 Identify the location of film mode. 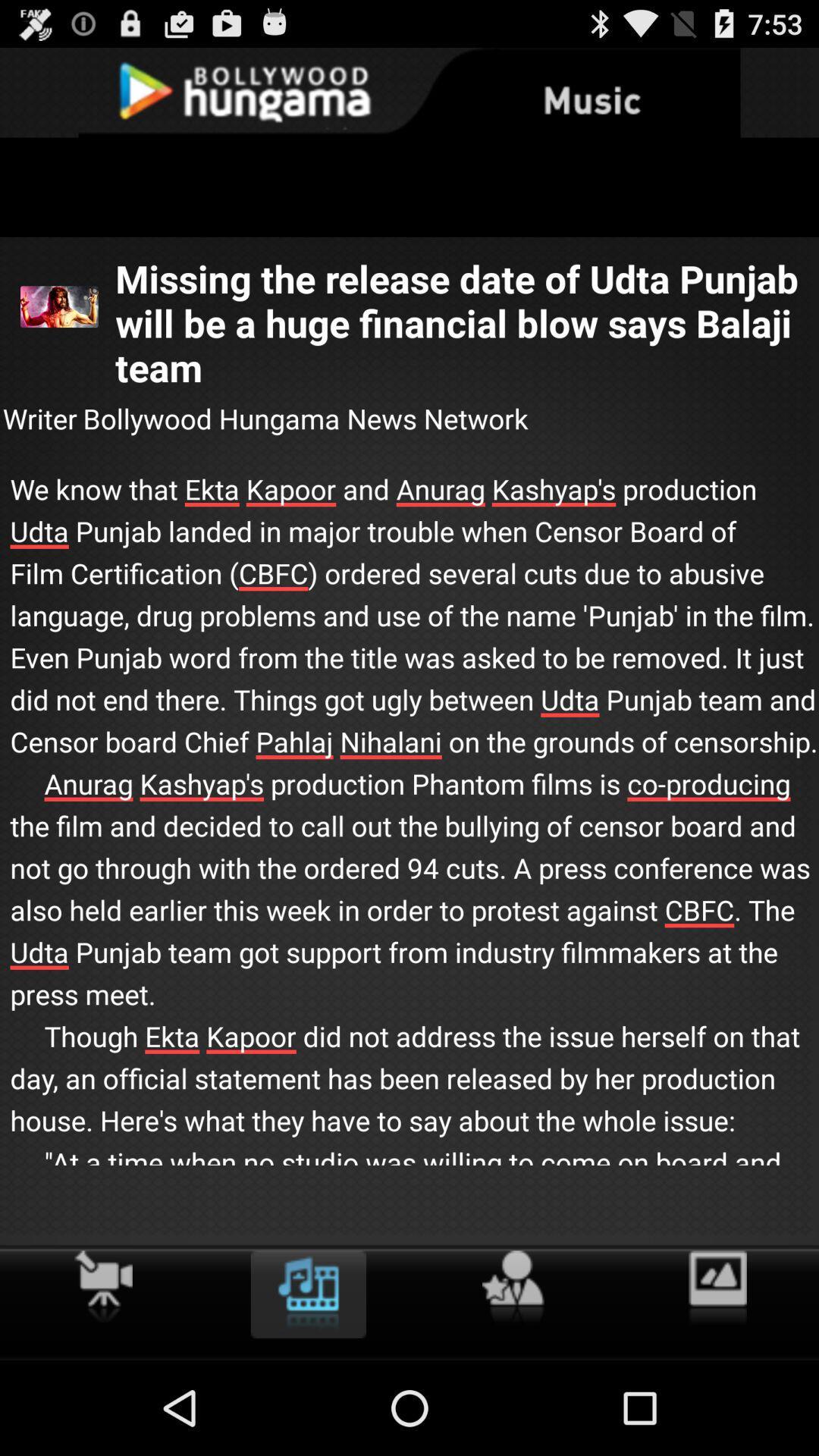
(102, 1285).